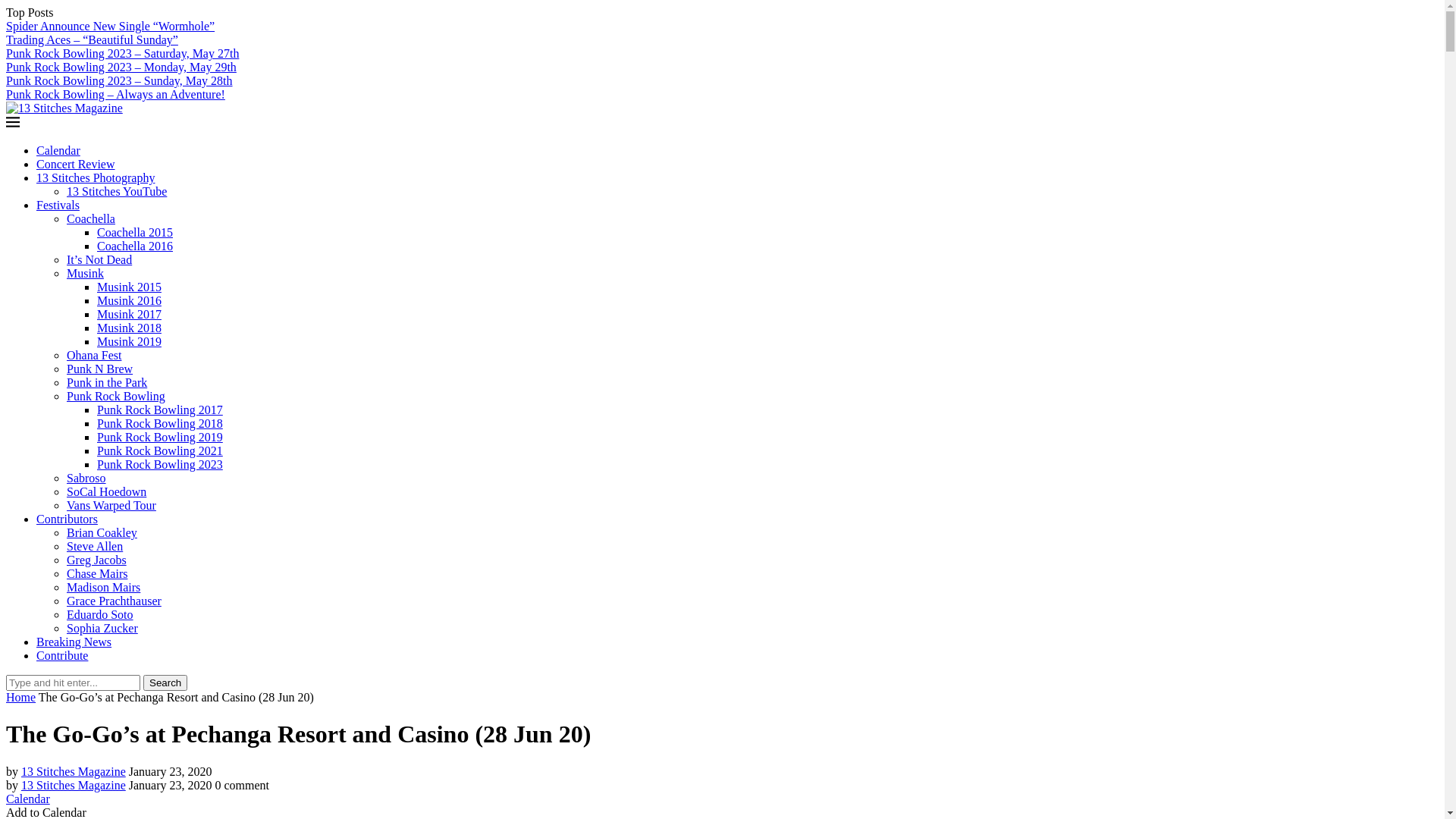 This screenshot has height=819, width=1456. I want to click on 'Musink 2017', so click(129, 313).